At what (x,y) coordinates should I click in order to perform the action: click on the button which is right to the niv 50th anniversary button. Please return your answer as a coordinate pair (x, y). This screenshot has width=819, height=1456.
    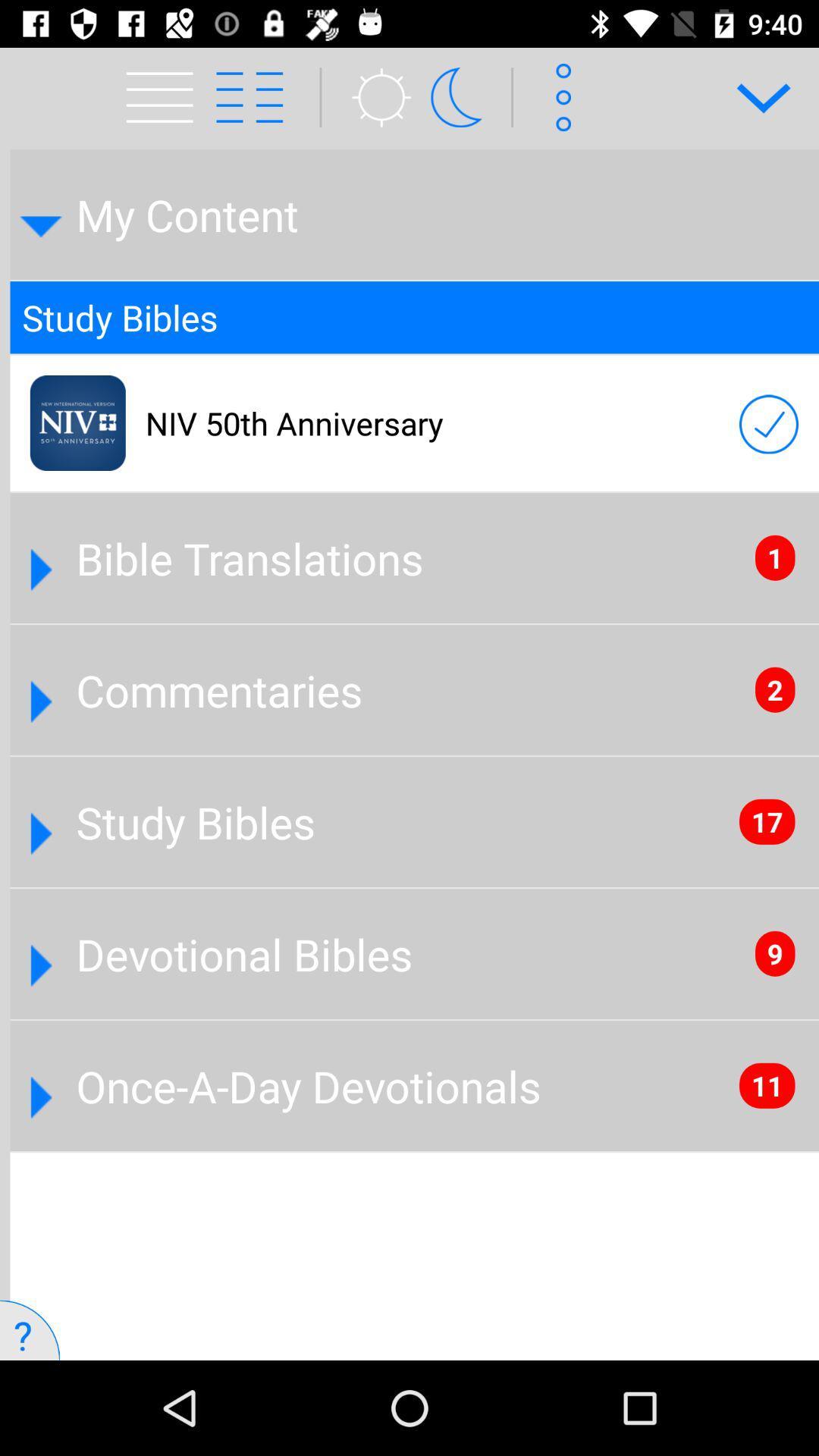
    Looking at the image, I should click on (769, 425).